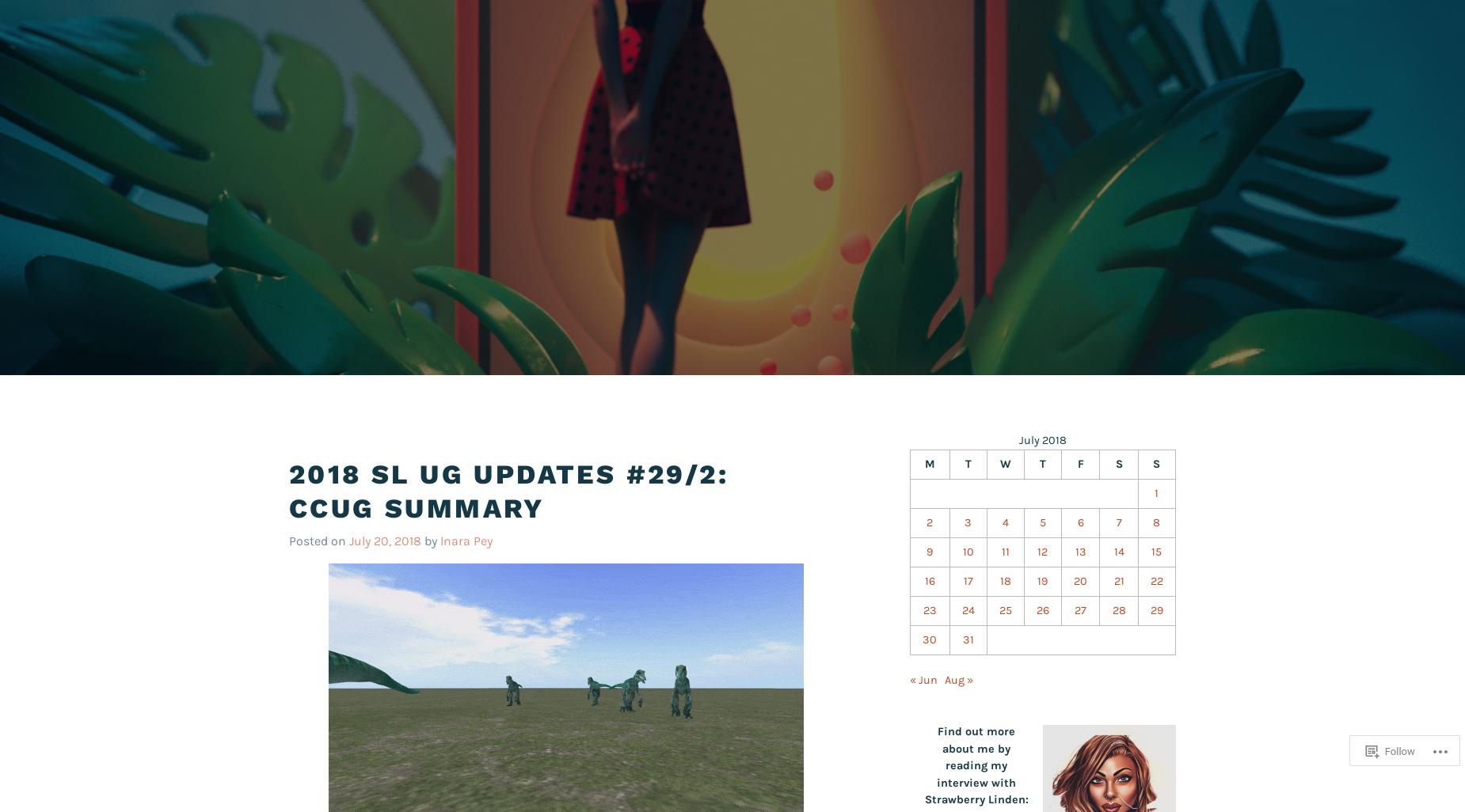 Image resolution: width=1465 pixels, height=812 pixels. What do you see at coordinates (318, 539) in the screenshot?
I see `'Posted on'` at bounding box center [318, 539].